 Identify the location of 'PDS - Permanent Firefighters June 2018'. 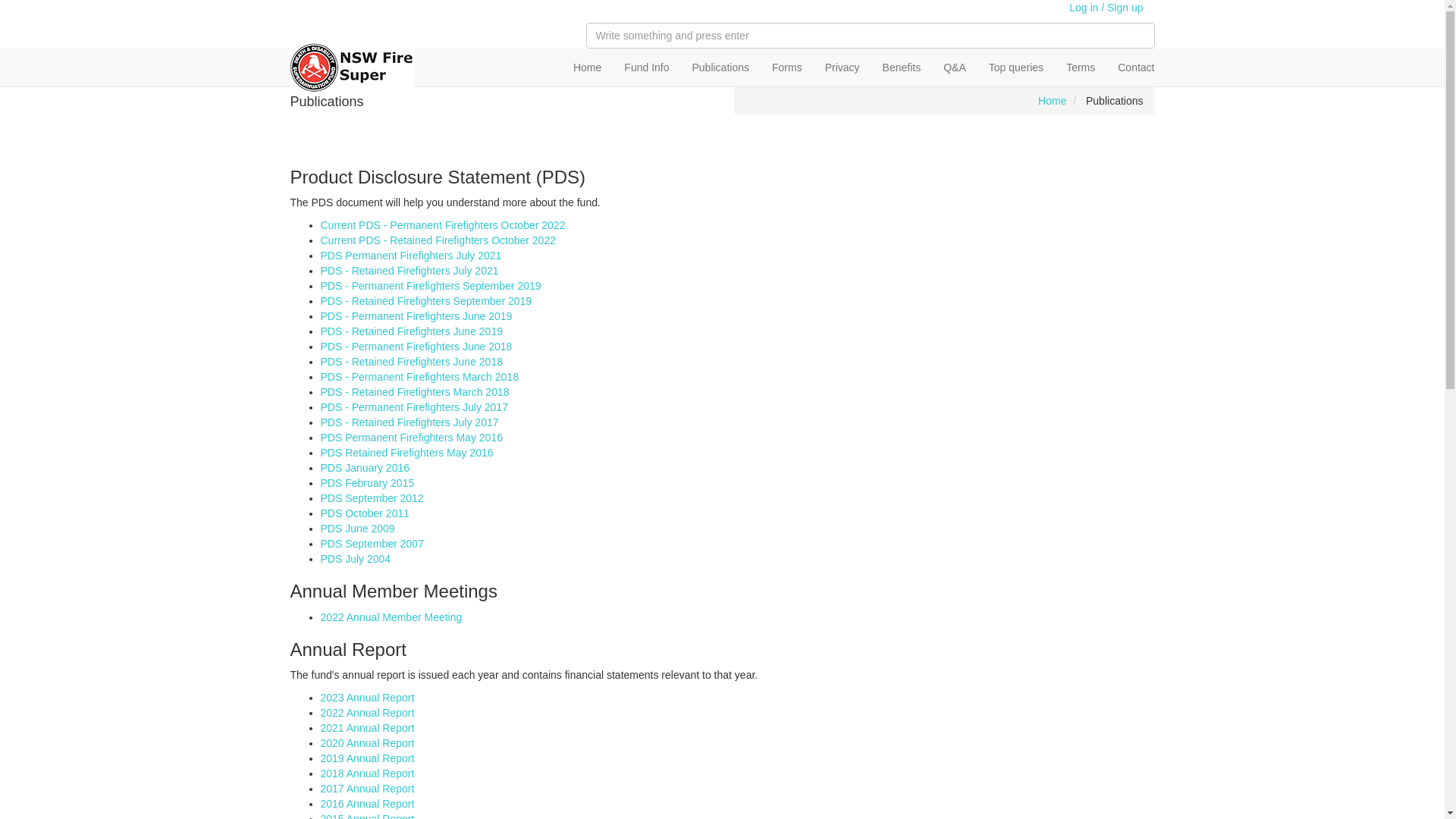
(416, 346).